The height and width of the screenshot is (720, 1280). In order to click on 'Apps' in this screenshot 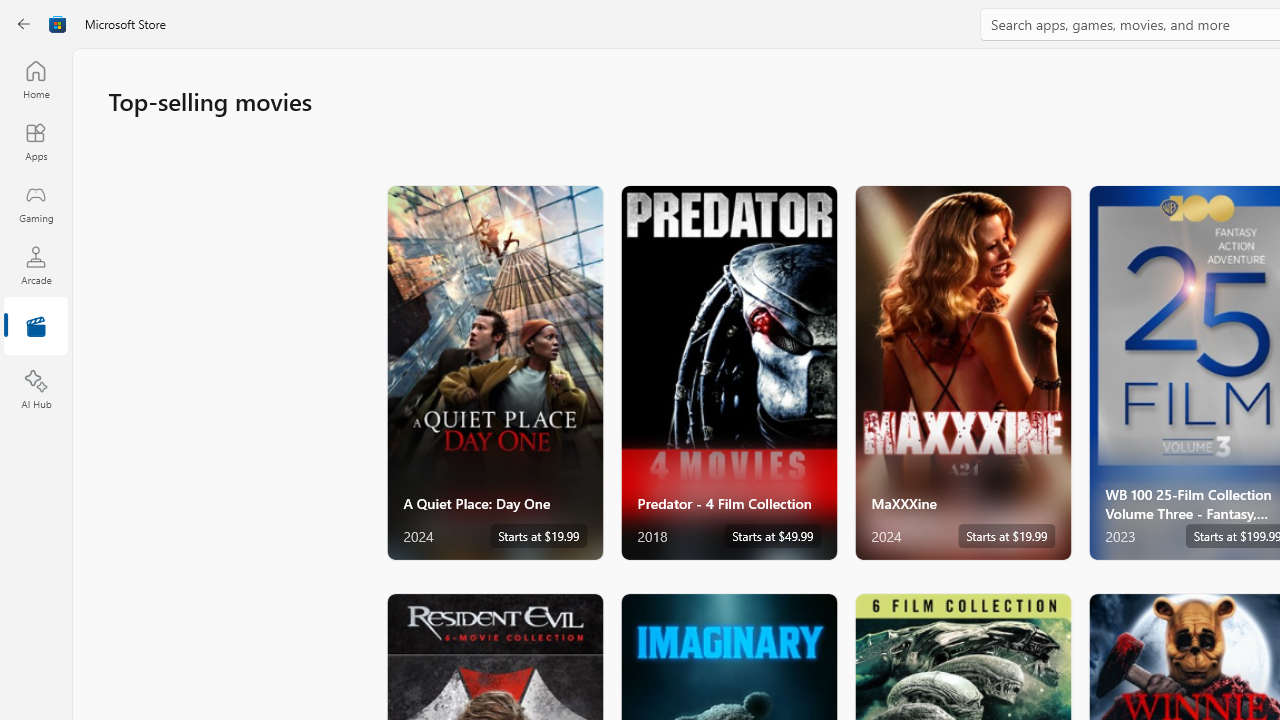, I will do `click(35, 140)`.